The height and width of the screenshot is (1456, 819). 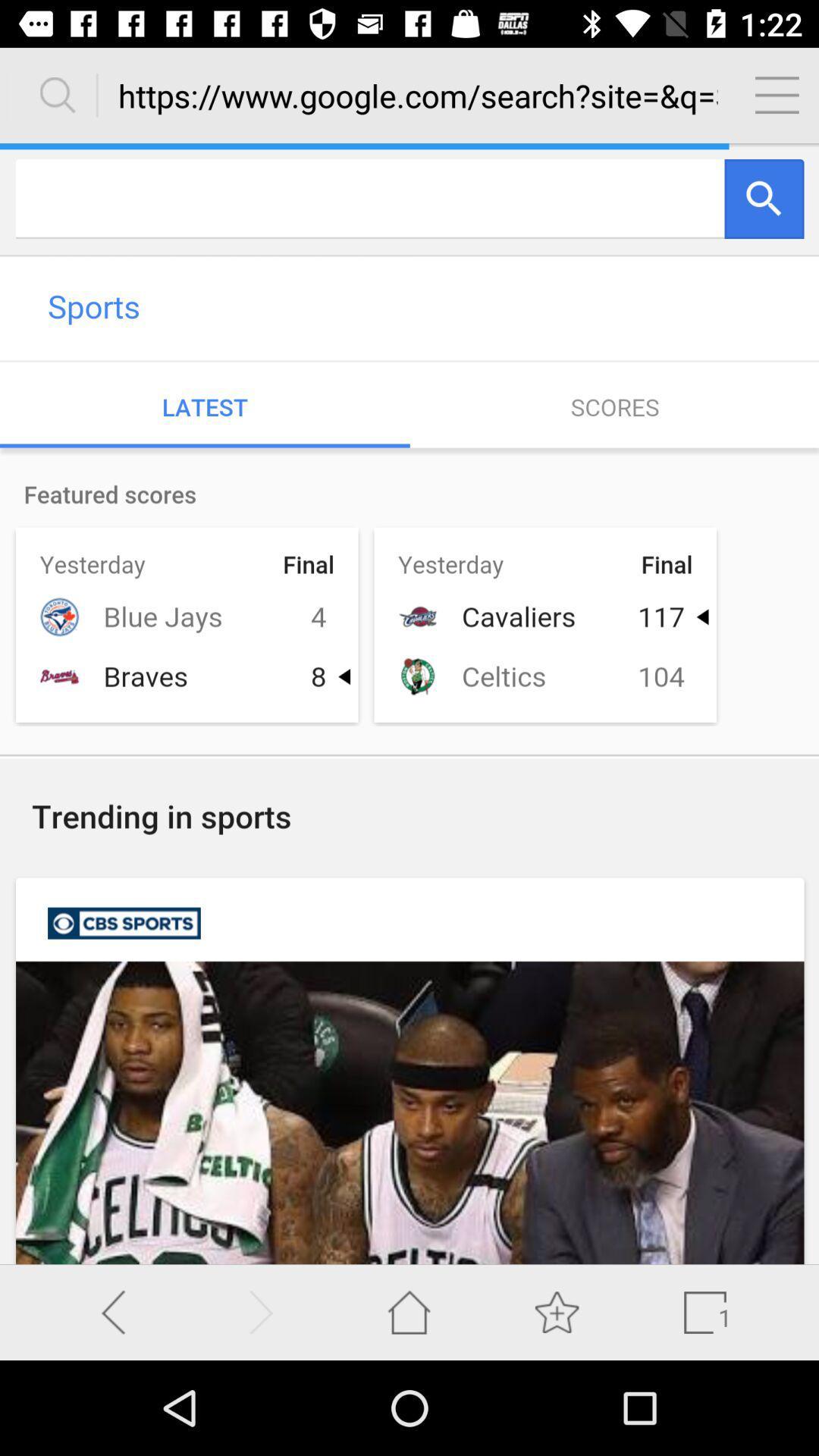 I want to click on setting, so click(x=777, y=94).